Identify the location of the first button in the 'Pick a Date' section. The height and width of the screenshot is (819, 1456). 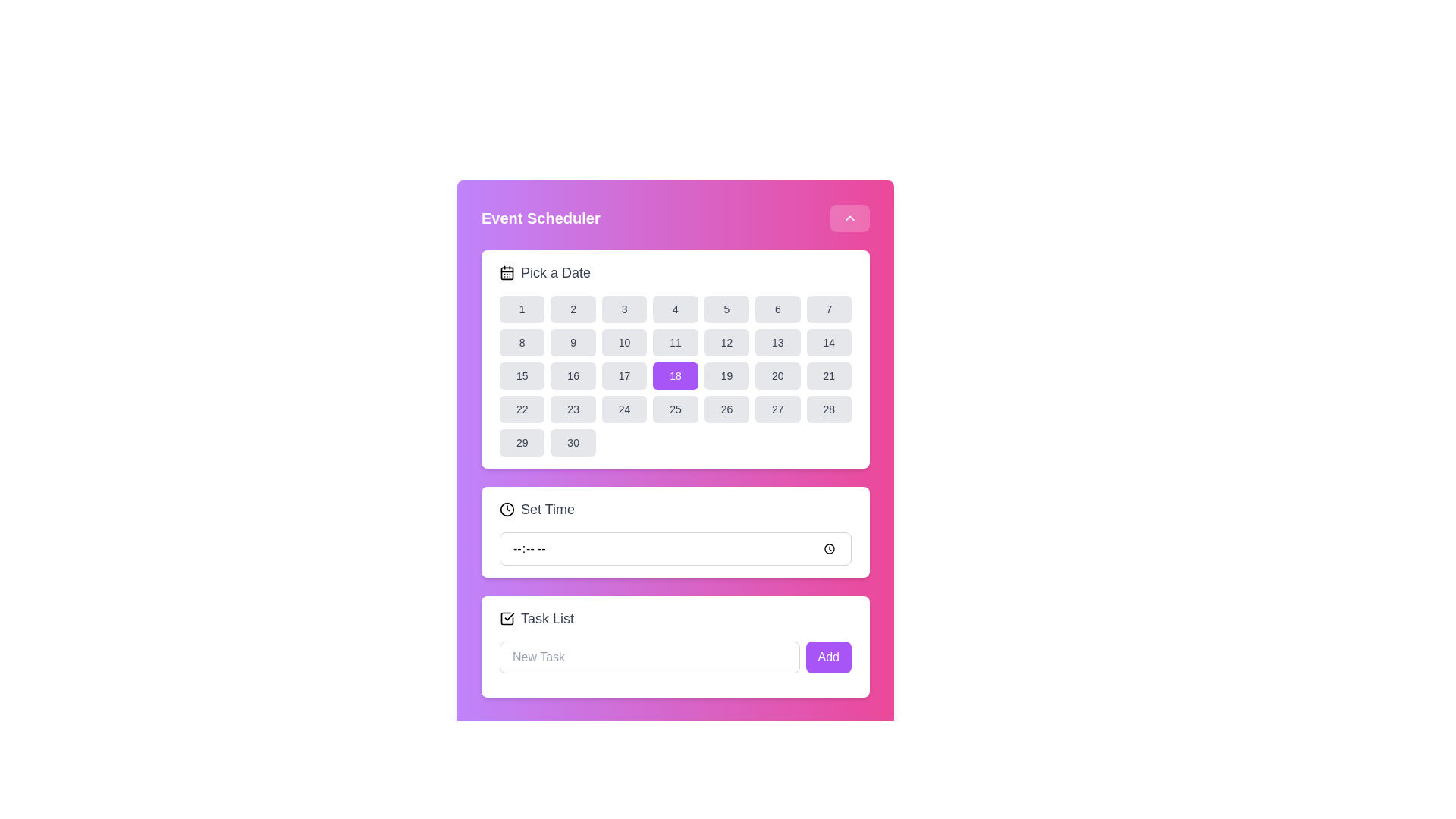
(522, 309).